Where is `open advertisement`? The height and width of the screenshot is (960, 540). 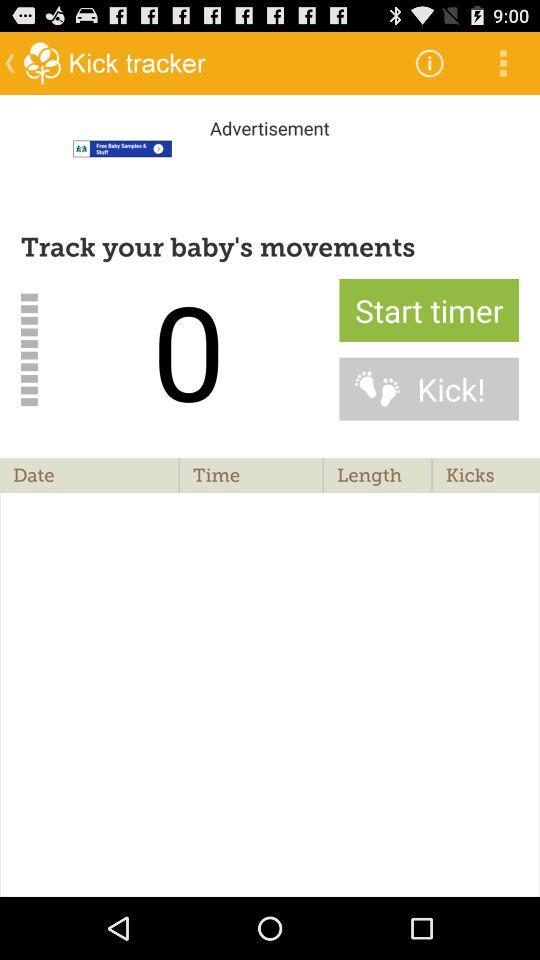
open advertisement is located at coordinates (270, 172).